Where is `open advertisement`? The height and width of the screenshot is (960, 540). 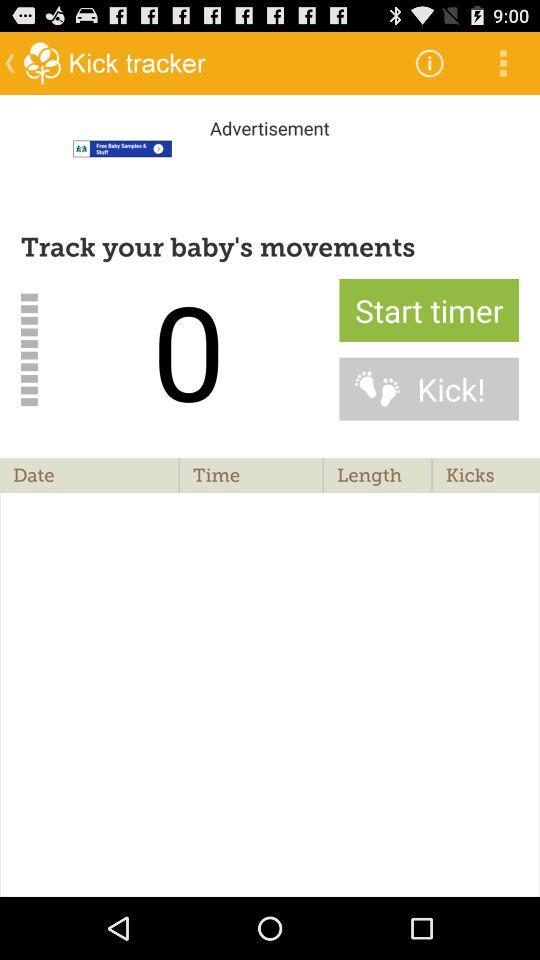
open advertisement is located at coordinates (270, 172).